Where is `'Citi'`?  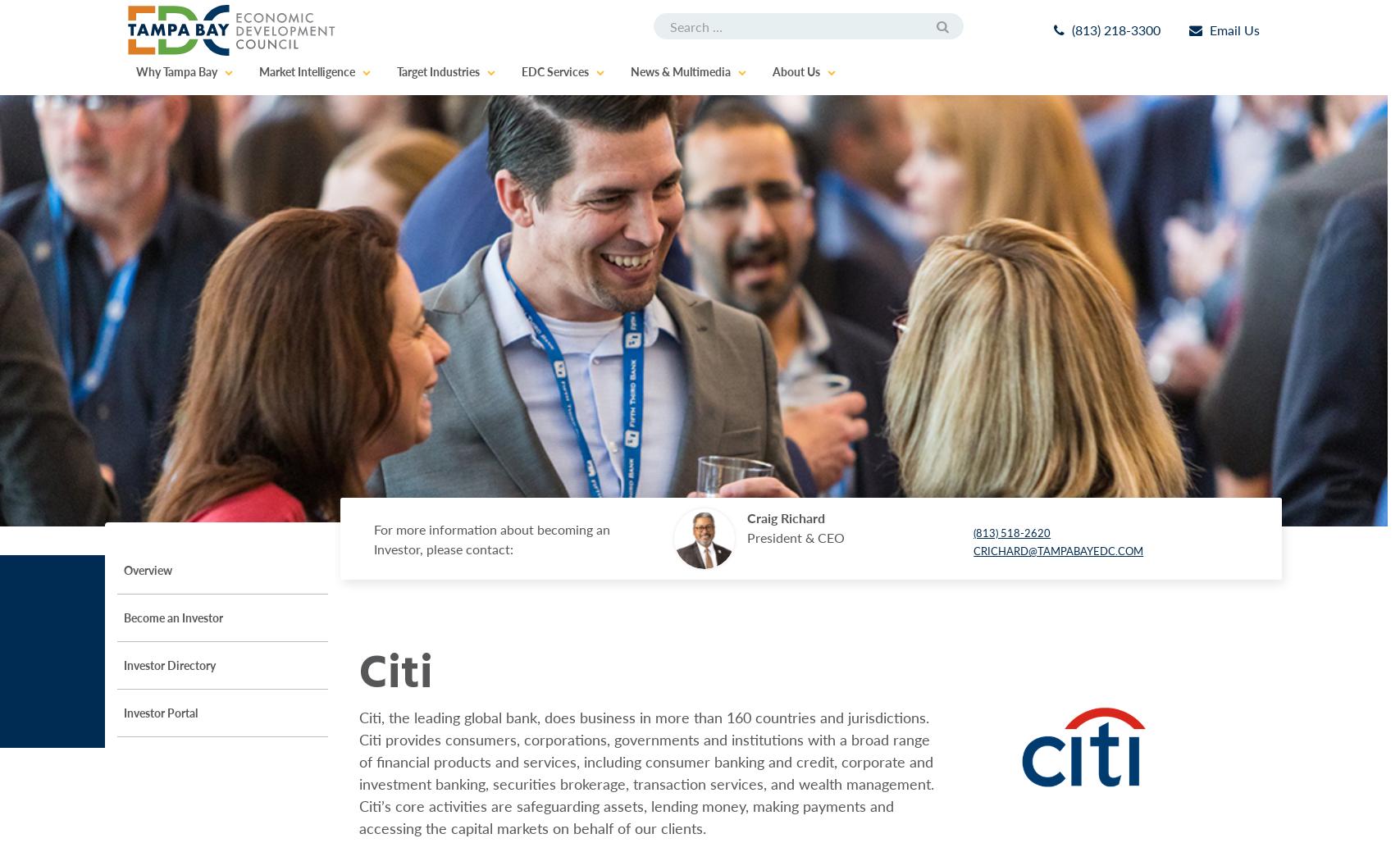 'Citi' is located at coordinates (359, 669).